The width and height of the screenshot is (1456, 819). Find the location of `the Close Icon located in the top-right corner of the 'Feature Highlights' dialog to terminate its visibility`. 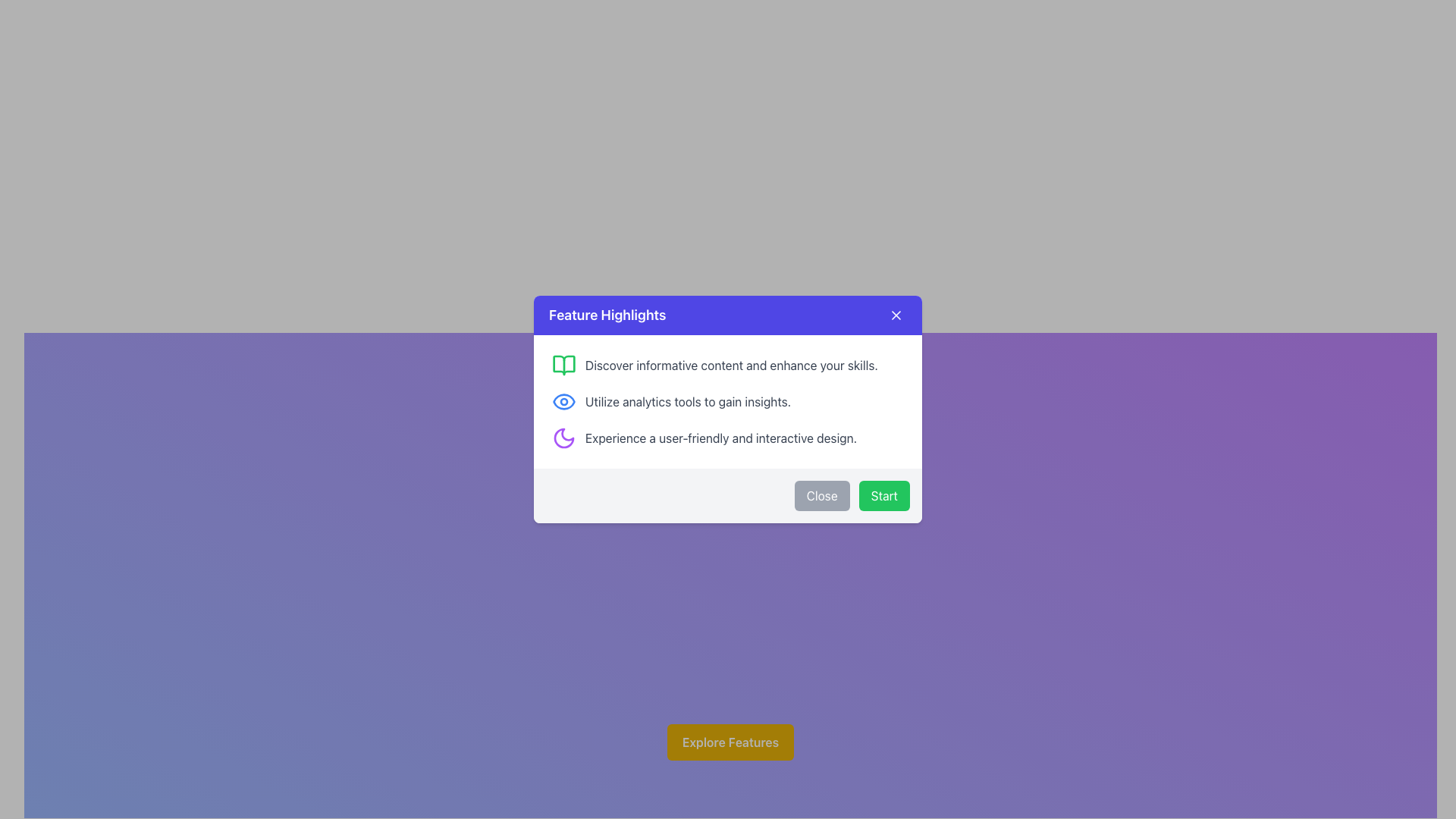

the Close Icon located in the top-right corner of the 'Feature Highlights' dialog to terminate its visibility is located at coordinates (896, 315).